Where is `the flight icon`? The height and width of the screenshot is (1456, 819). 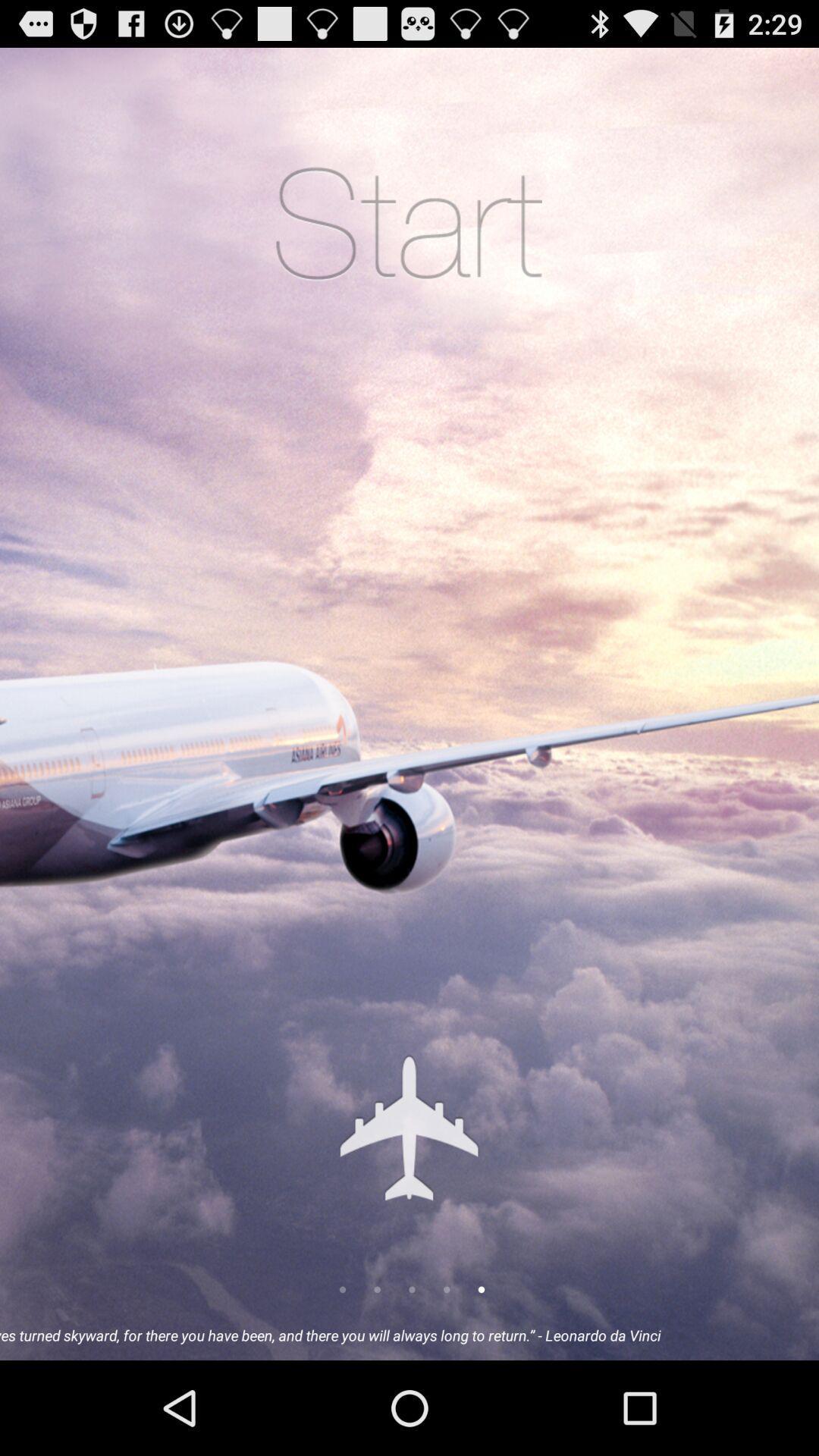
the flight icon is located at coordinates (408, 1206).